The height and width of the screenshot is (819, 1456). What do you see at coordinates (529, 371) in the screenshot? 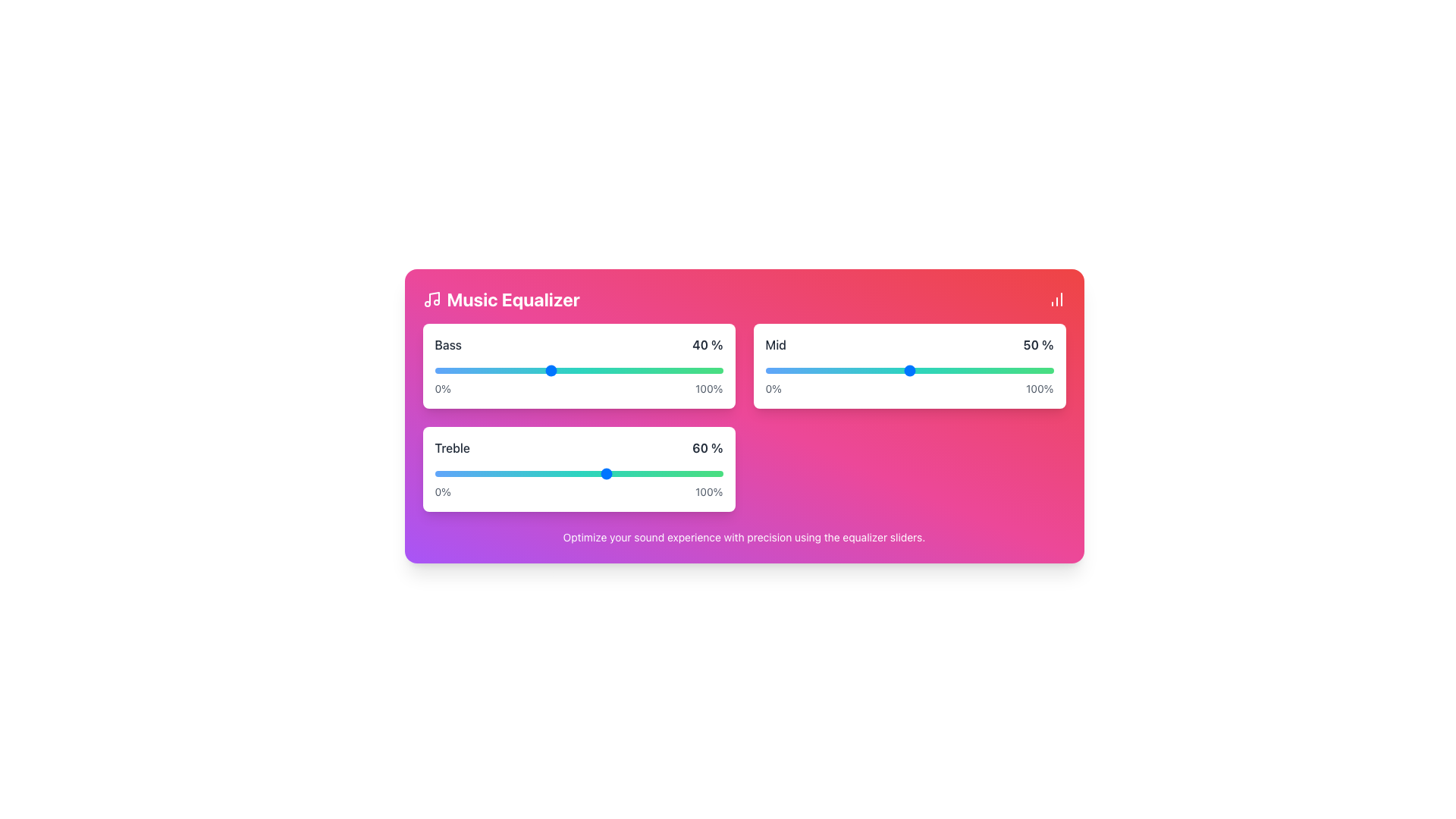
I see `the bass equalizer` at bounding box center [529, 371].